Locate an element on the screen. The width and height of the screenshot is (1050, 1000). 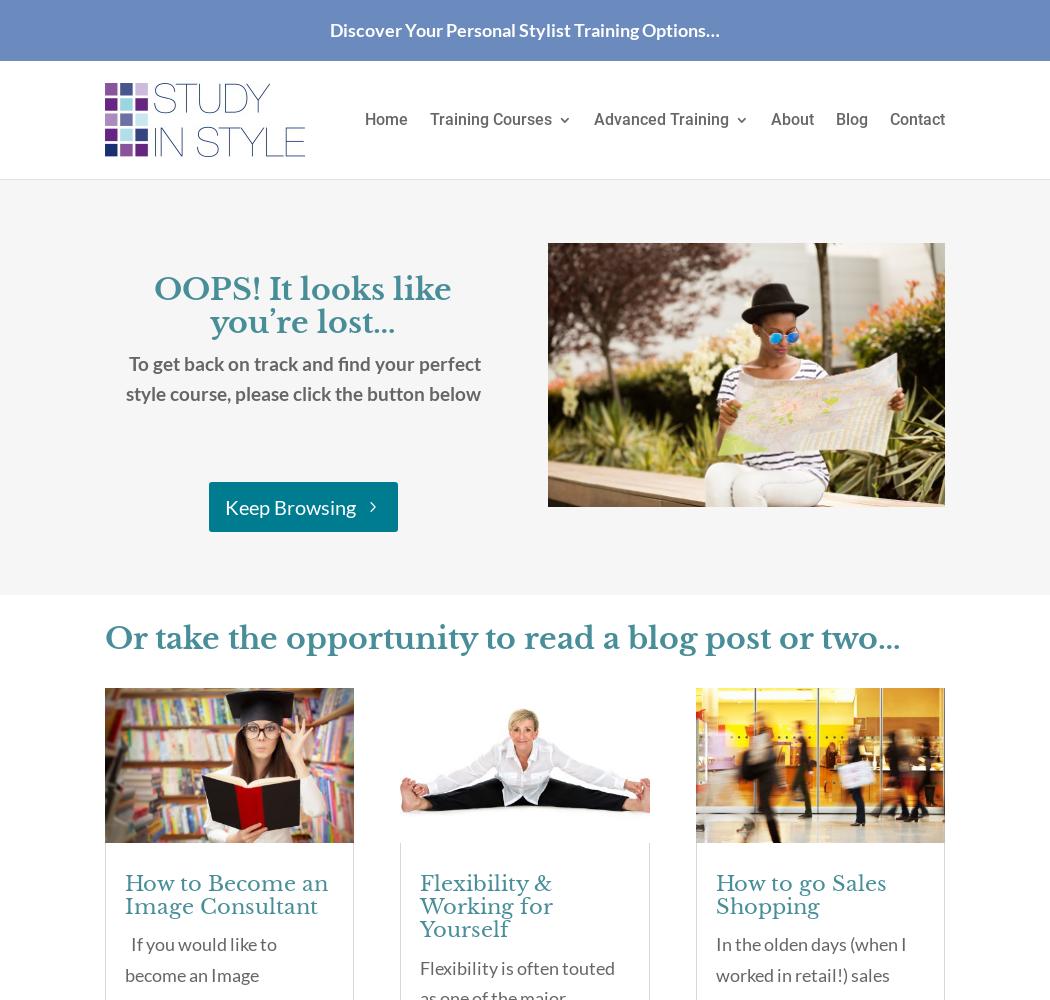
'Virtual Style Analysis' is located at coordinates (698, 237).